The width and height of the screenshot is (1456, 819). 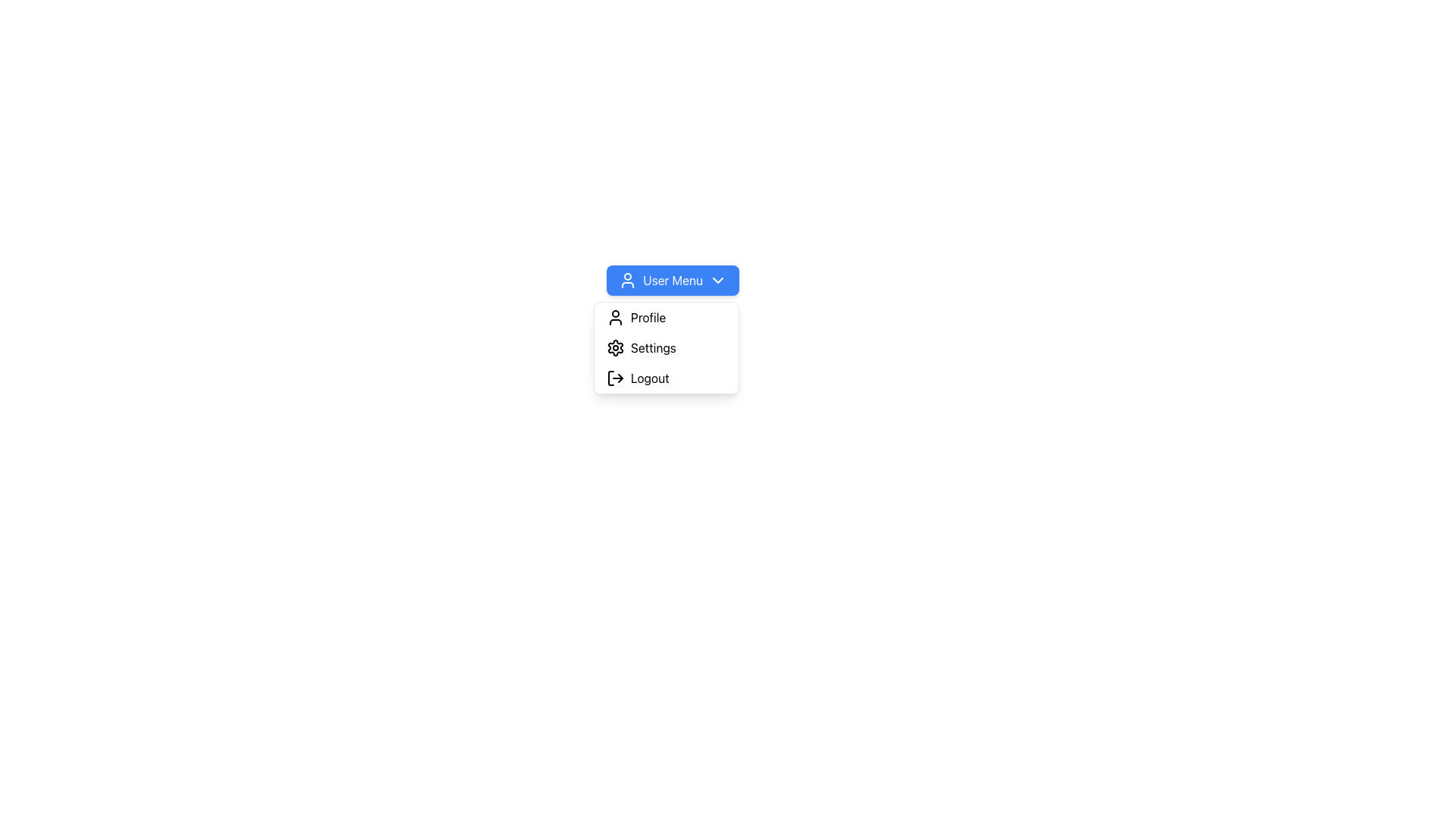 What do you see at coordinates (628, 281) in the screenshot?
I see `the user icon on the blue 'User Menu' button, which is the first visual component` at bounding box center [628, 281].